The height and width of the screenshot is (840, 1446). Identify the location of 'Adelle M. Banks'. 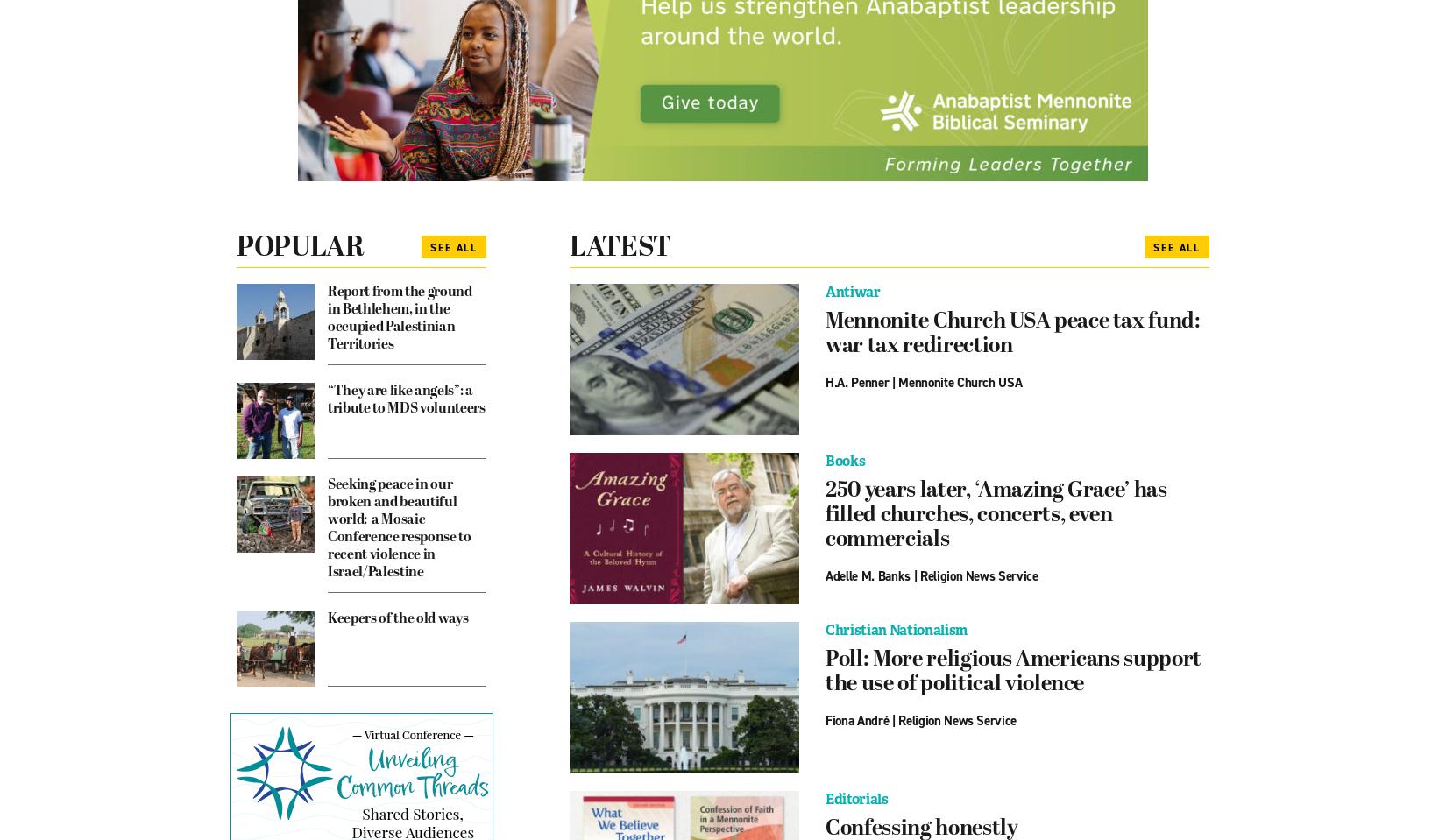
(868, 575).